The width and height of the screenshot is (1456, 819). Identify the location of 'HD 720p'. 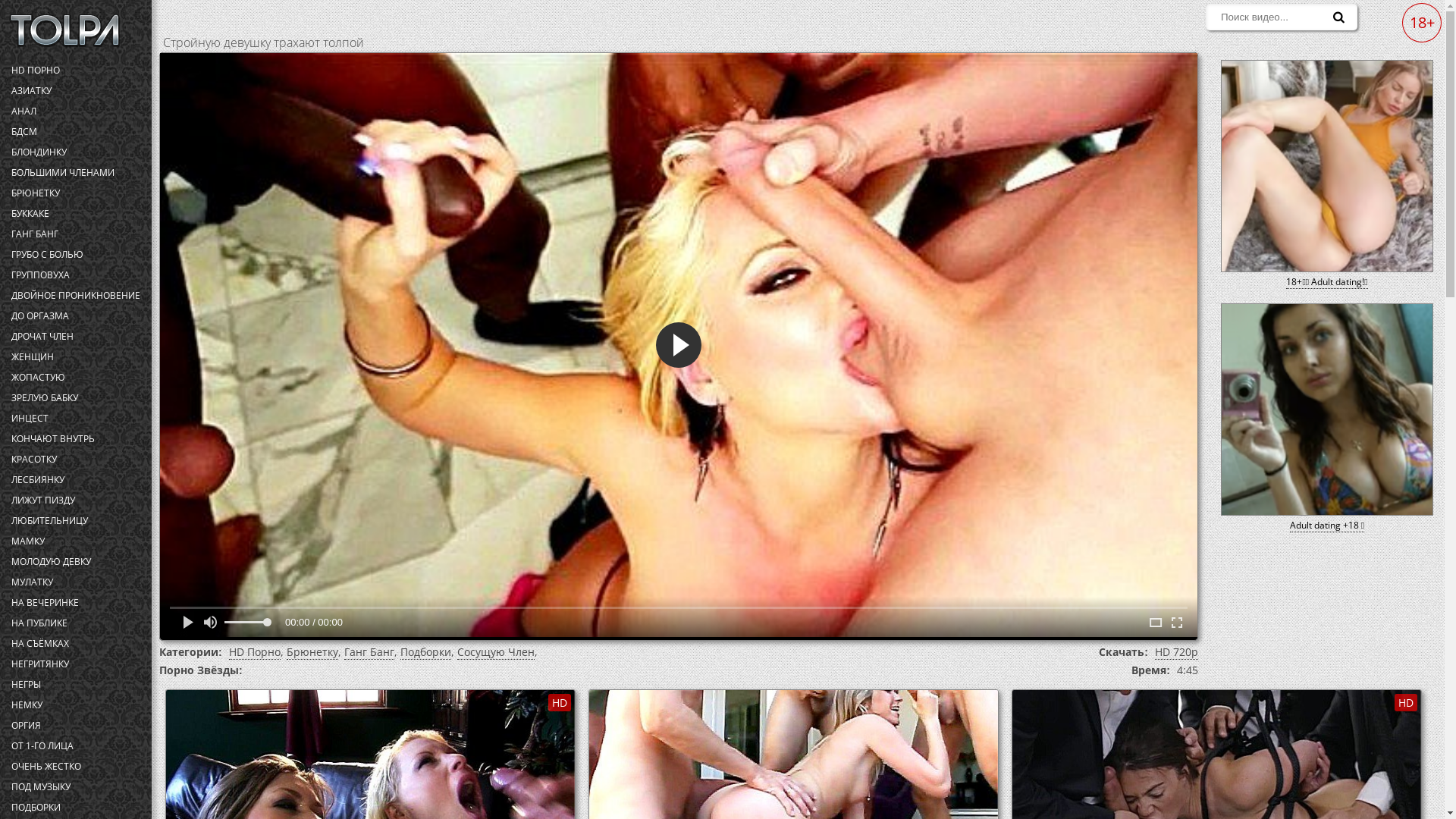
(1175, 651).